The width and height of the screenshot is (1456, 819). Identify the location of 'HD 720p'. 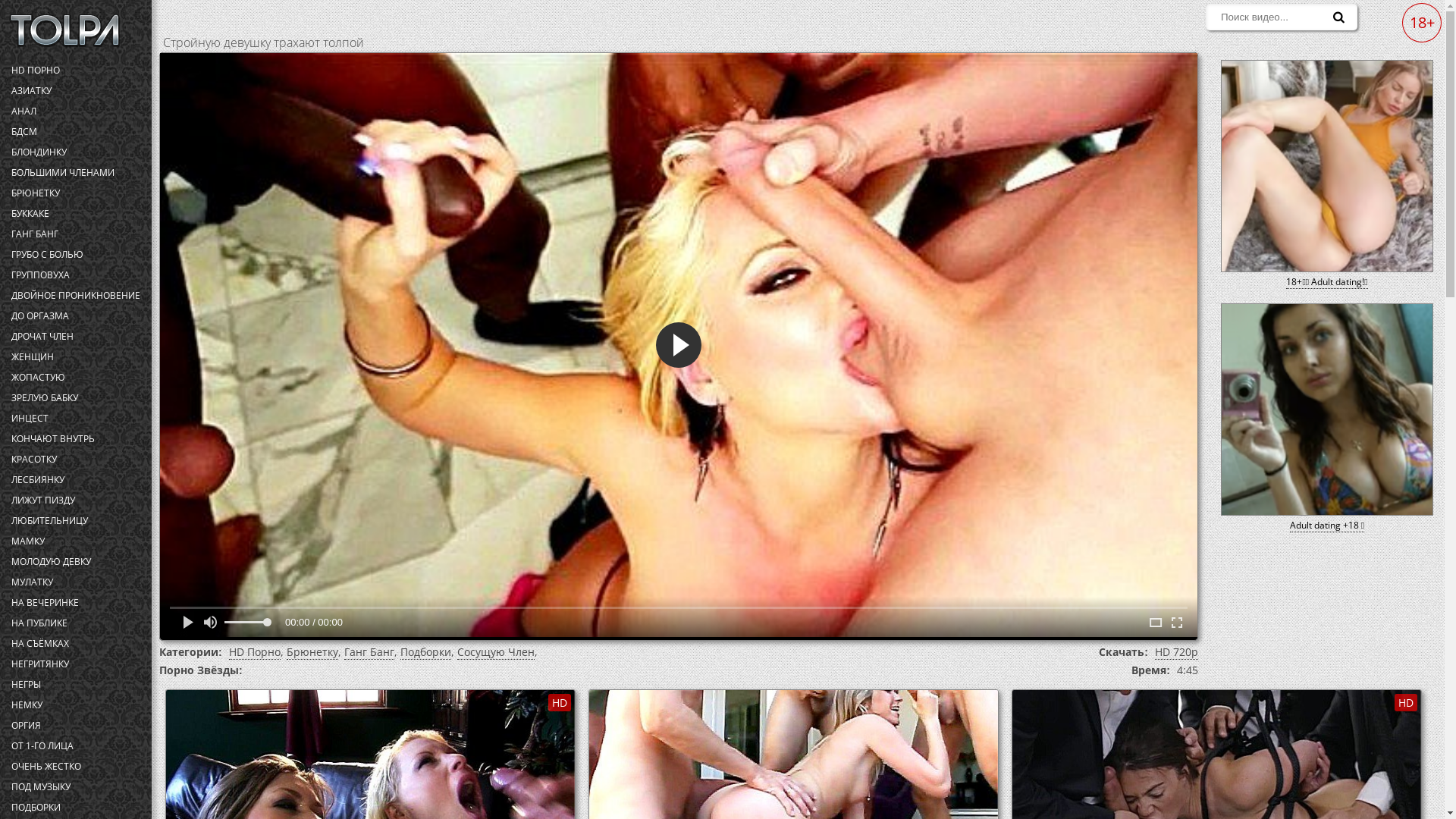
(1175, 651).